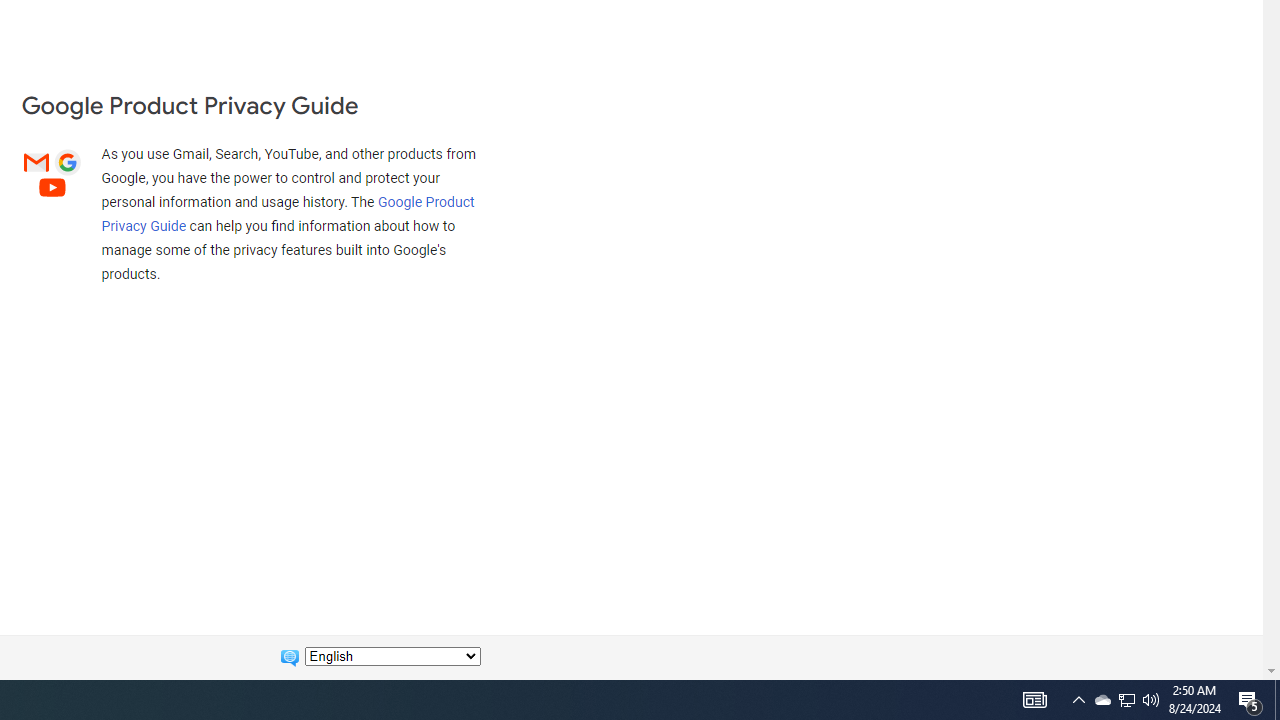  I want to click on 'Change language:', so click(392, 656).